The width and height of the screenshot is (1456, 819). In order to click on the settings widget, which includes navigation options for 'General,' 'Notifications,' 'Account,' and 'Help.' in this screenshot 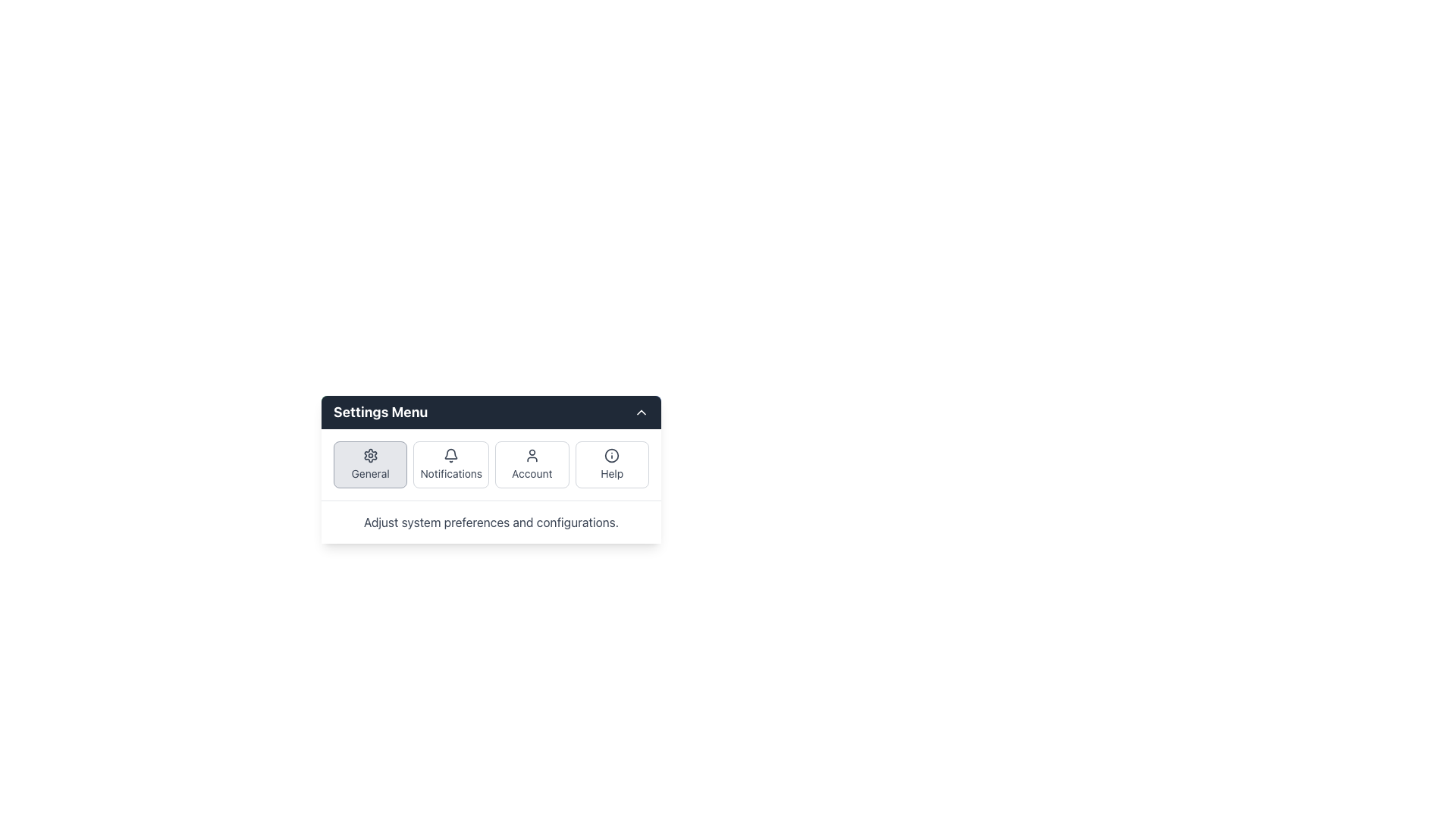, I will do `click(491, 468)`.